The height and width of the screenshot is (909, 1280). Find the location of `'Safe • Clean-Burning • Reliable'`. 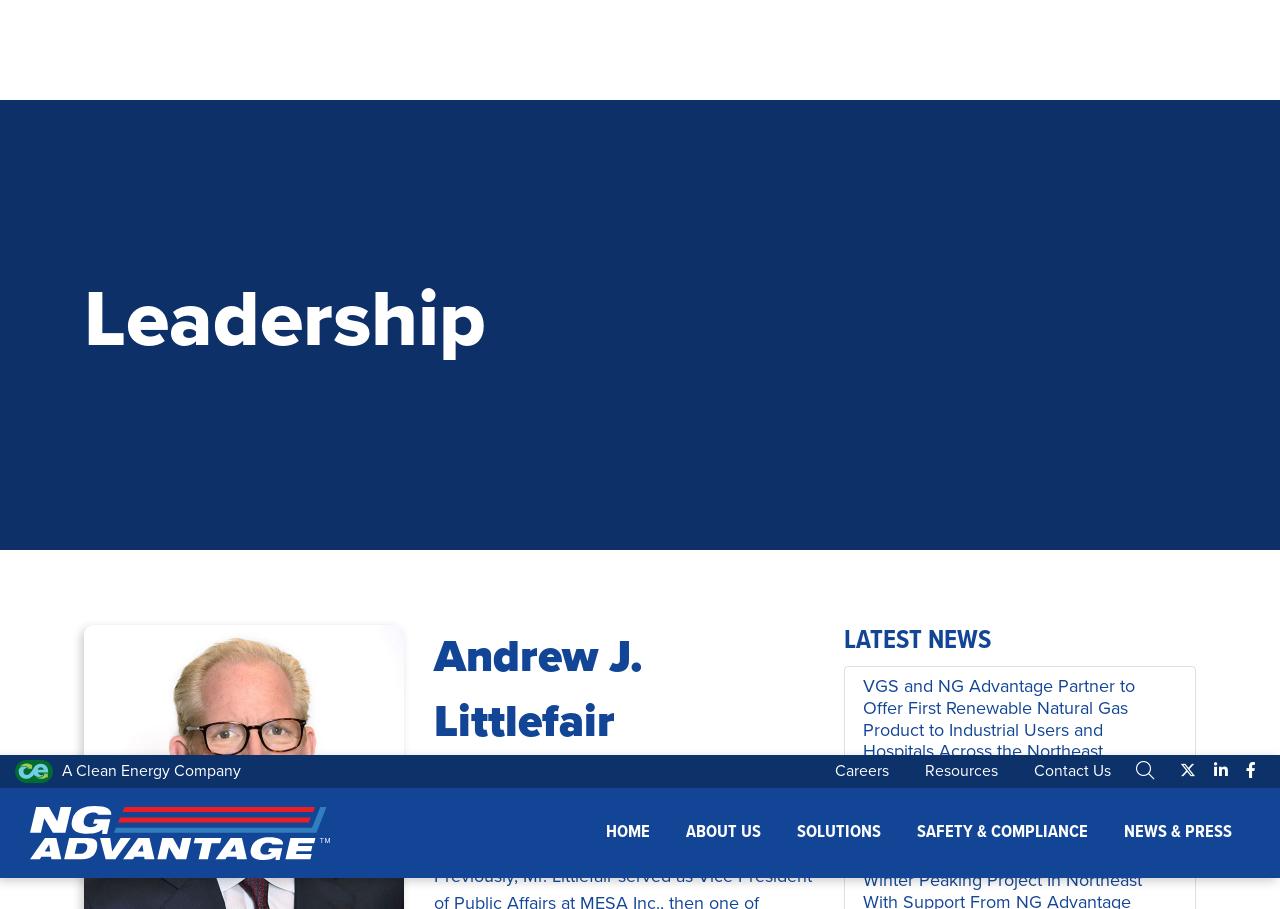

'Safe • Clean-Burning • Reliable' is located at coordinates (640, 690).